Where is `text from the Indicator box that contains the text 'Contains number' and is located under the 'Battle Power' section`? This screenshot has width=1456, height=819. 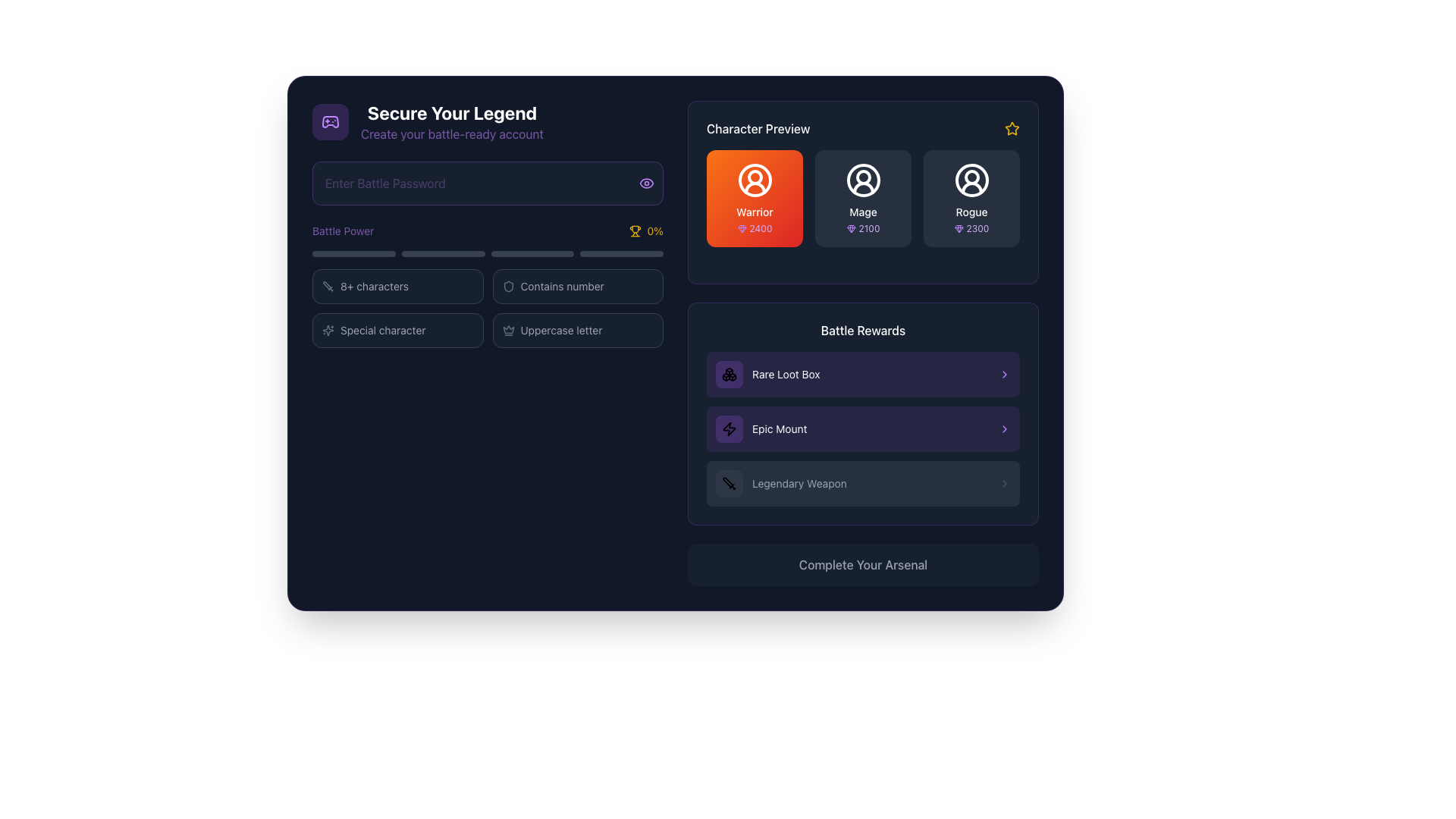 text from the Indicator box that contains the text 'Contains number' and is located under the 'Battle Power' section is located at coordinates (577, 287).